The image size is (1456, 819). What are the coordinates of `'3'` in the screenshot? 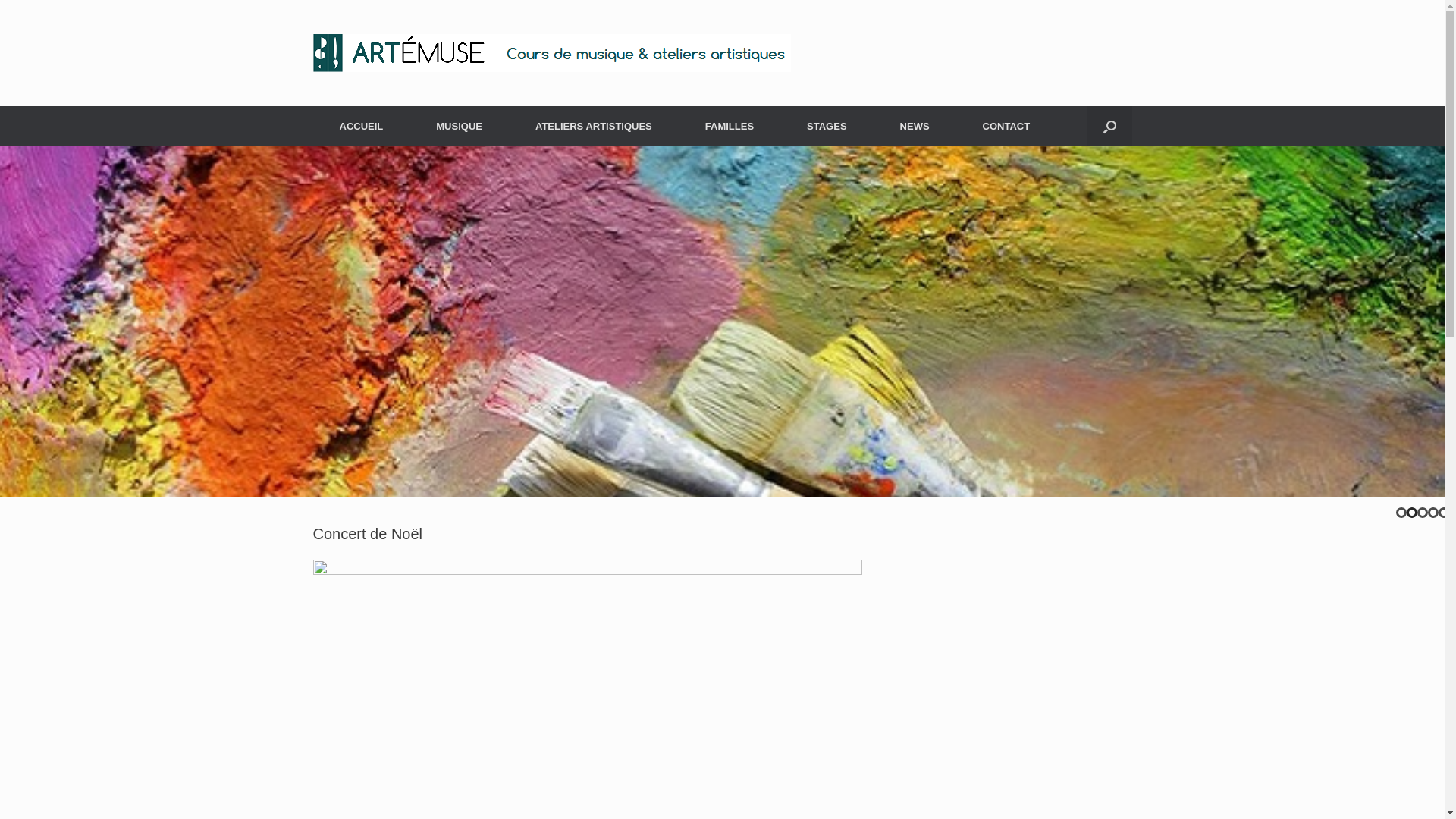 It's located at (1422, 512).